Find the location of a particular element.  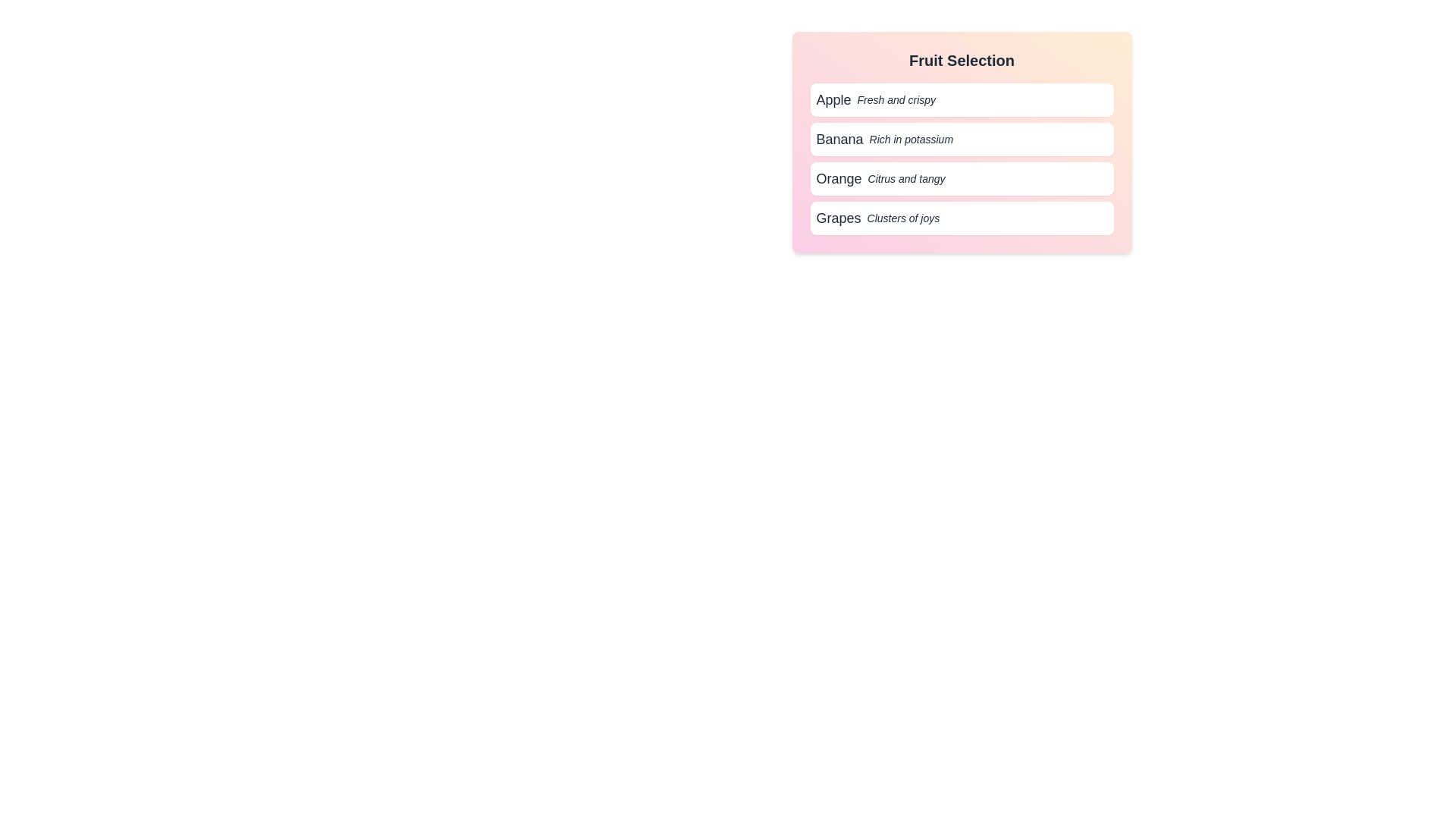

the description of Grapes by hovering over it is located at coordinates (961, 218).